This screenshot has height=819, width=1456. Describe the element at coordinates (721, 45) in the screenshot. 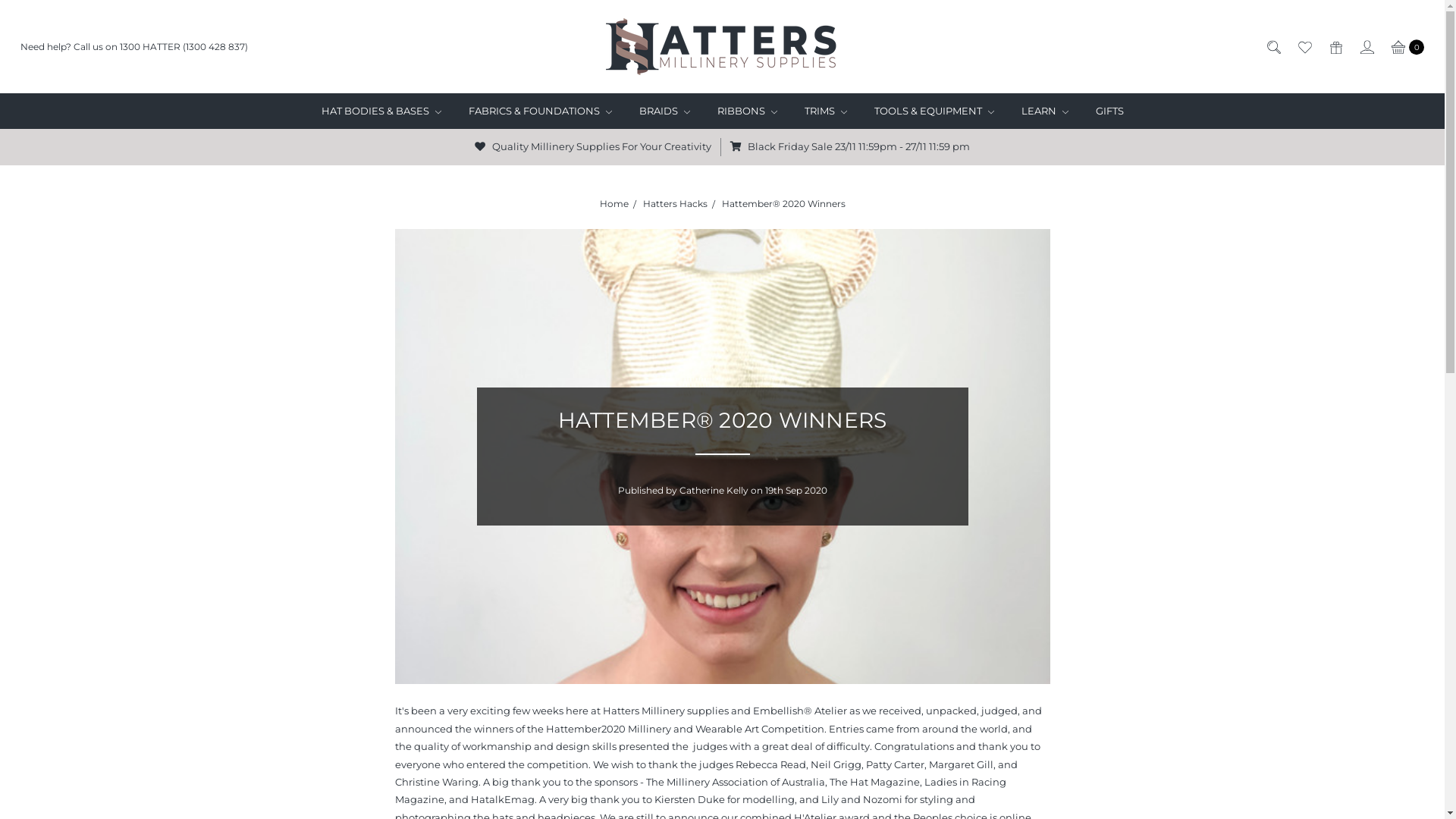

I see `'Hatters Millinery Supplies'` at that location.